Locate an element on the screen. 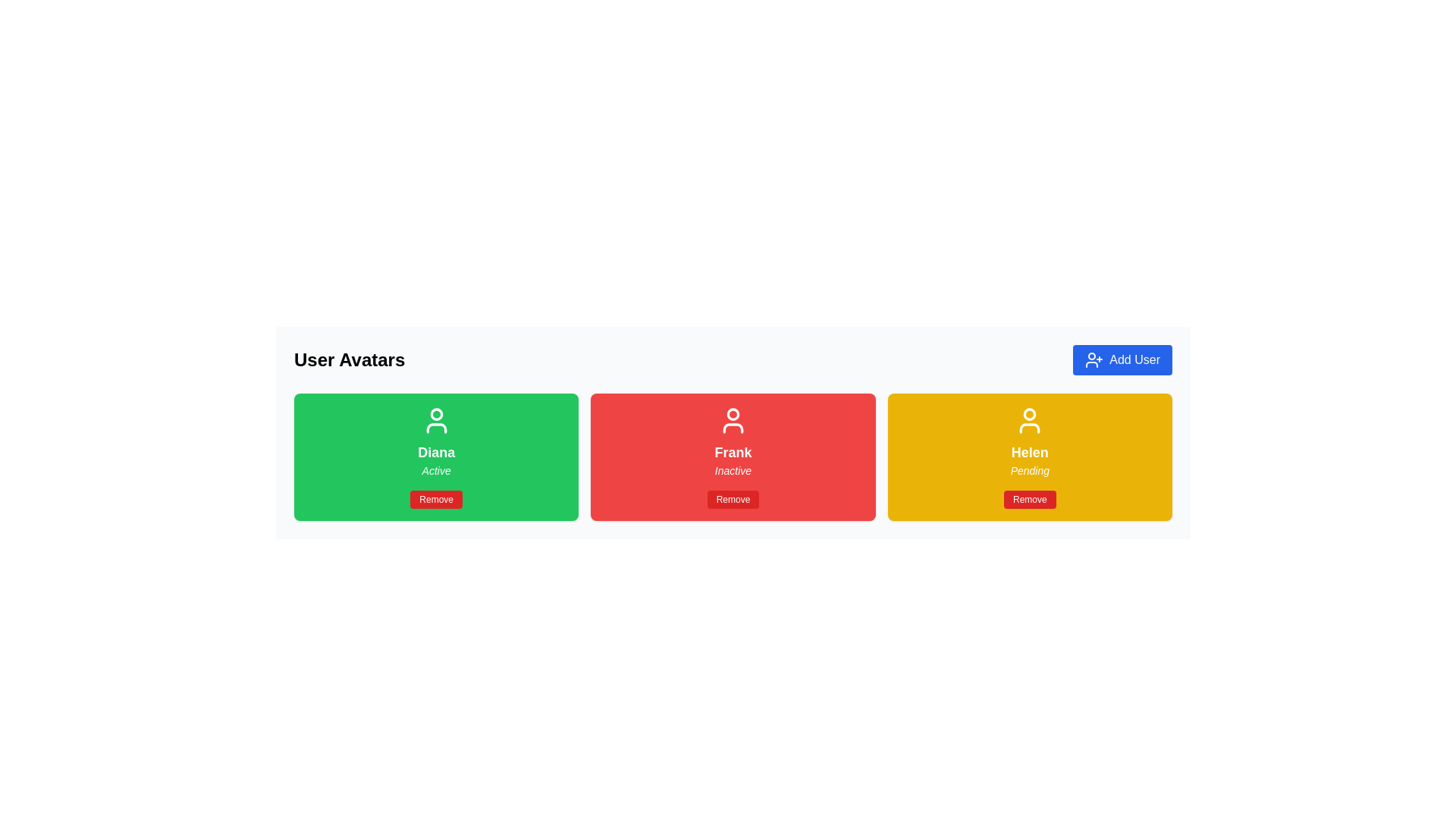 The image size is (1456, 819). the user profile icon located at the upper center of the yellow card, which is the third card in a row, serving as a graphical representation of user-related actions or information is located at coordinates (1030, 421).